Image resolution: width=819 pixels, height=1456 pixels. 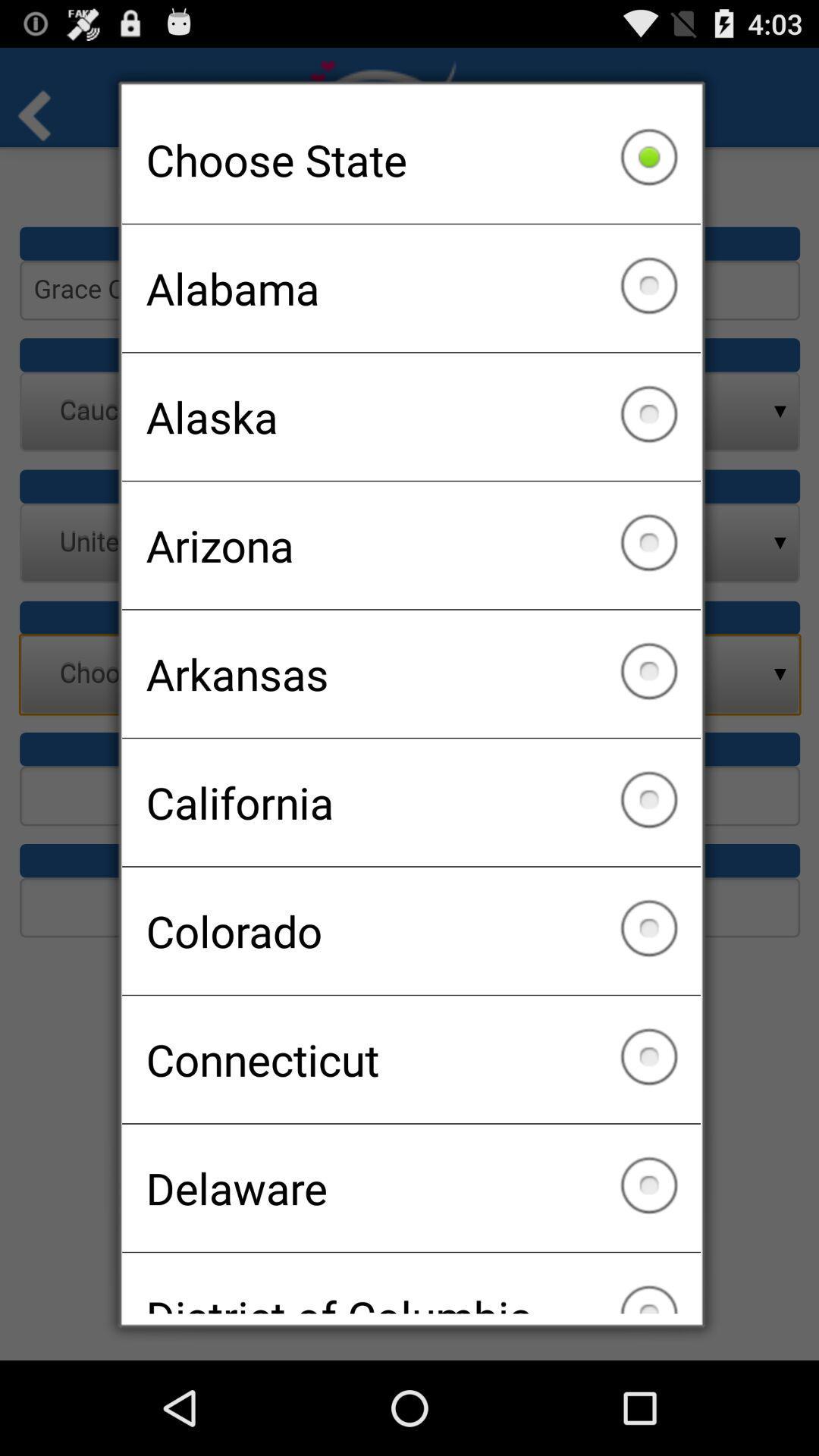 I want to click on the icon above the district of columbia item, so click(x=411, y=1187).